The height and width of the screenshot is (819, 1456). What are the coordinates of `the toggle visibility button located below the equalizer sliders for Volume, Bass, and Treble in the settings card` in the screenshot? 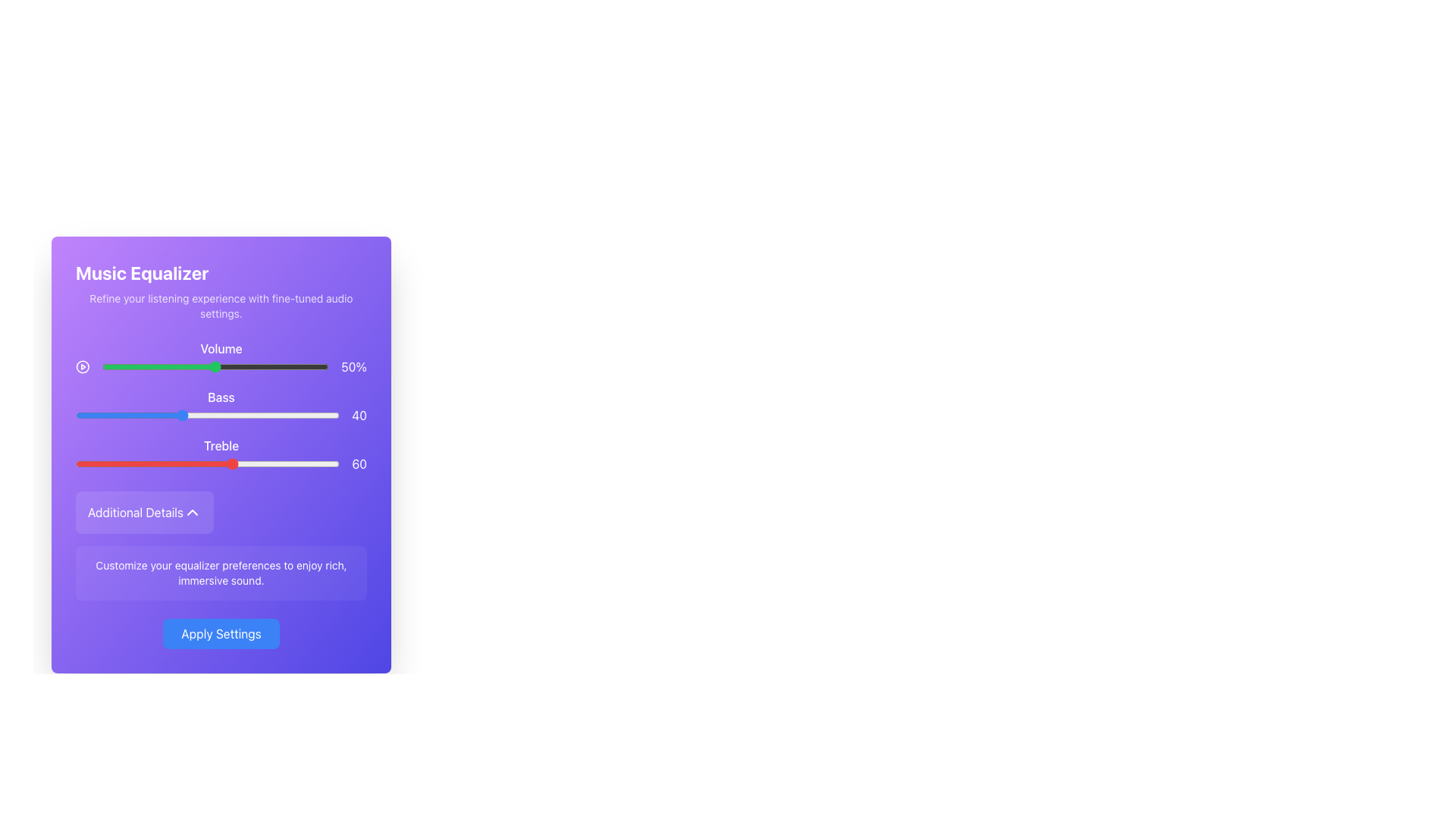 It's located at (145, 512).